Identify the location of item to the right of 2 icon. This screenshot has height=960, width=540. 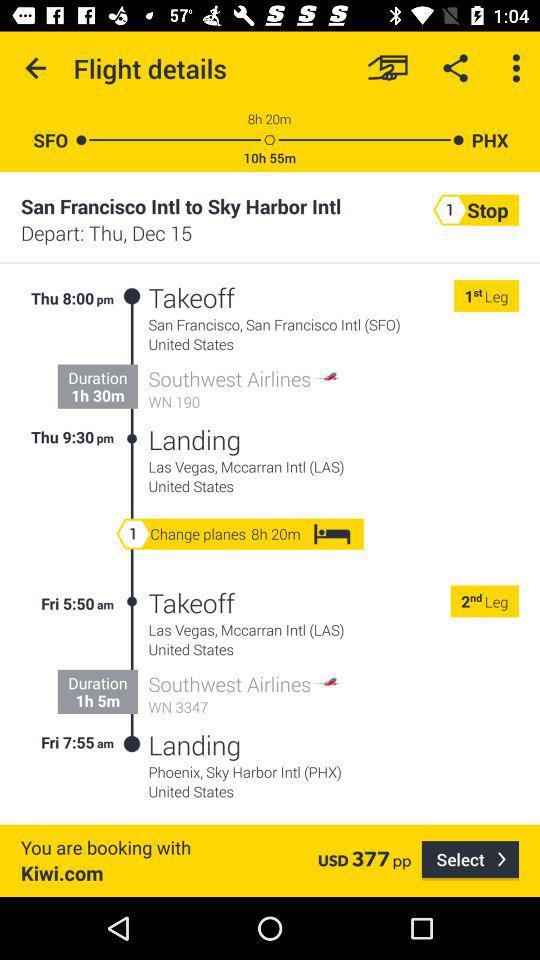
(475, 600).